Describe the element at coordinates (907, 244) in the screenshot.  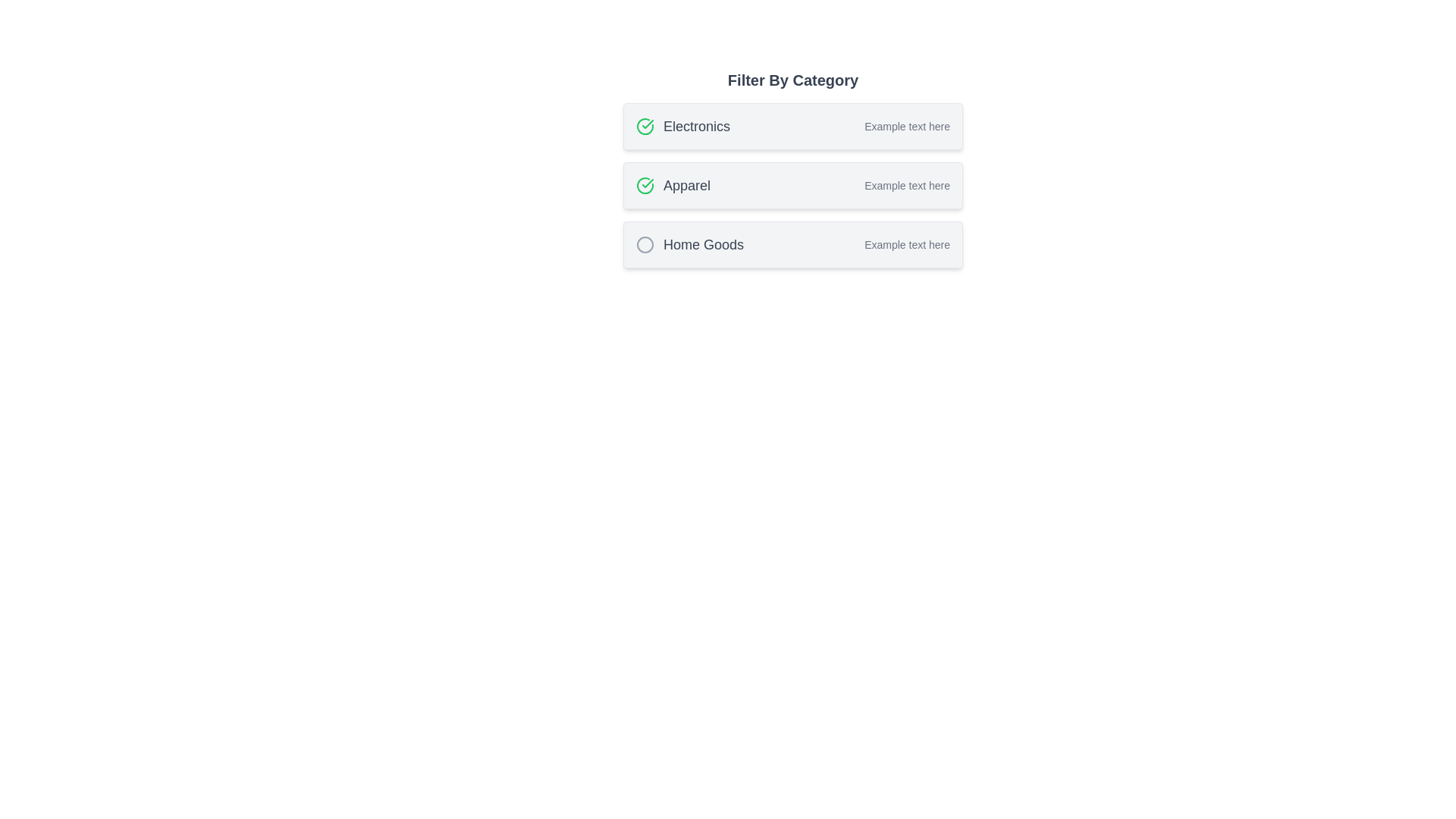
I see `the text label displaying 'Example text here' located at the bottom of the 'Home Goods' category list` at that location.